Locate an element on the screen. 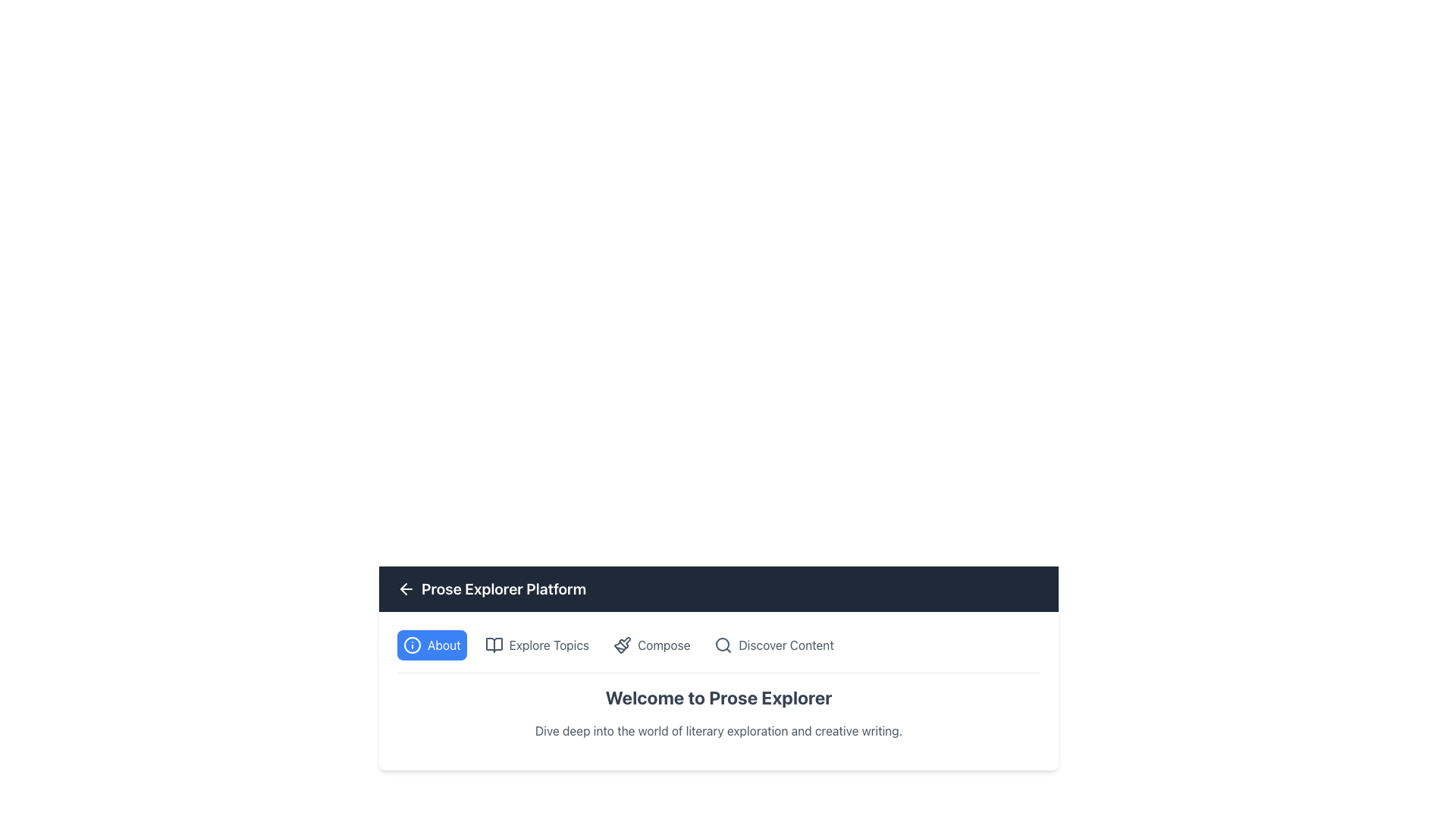 The height and width of the screenshot is (819, 1456). the 'Explore Topics' option in the horizontal navigation menu located near the top center of the content section is located at coordinates (718, 651).